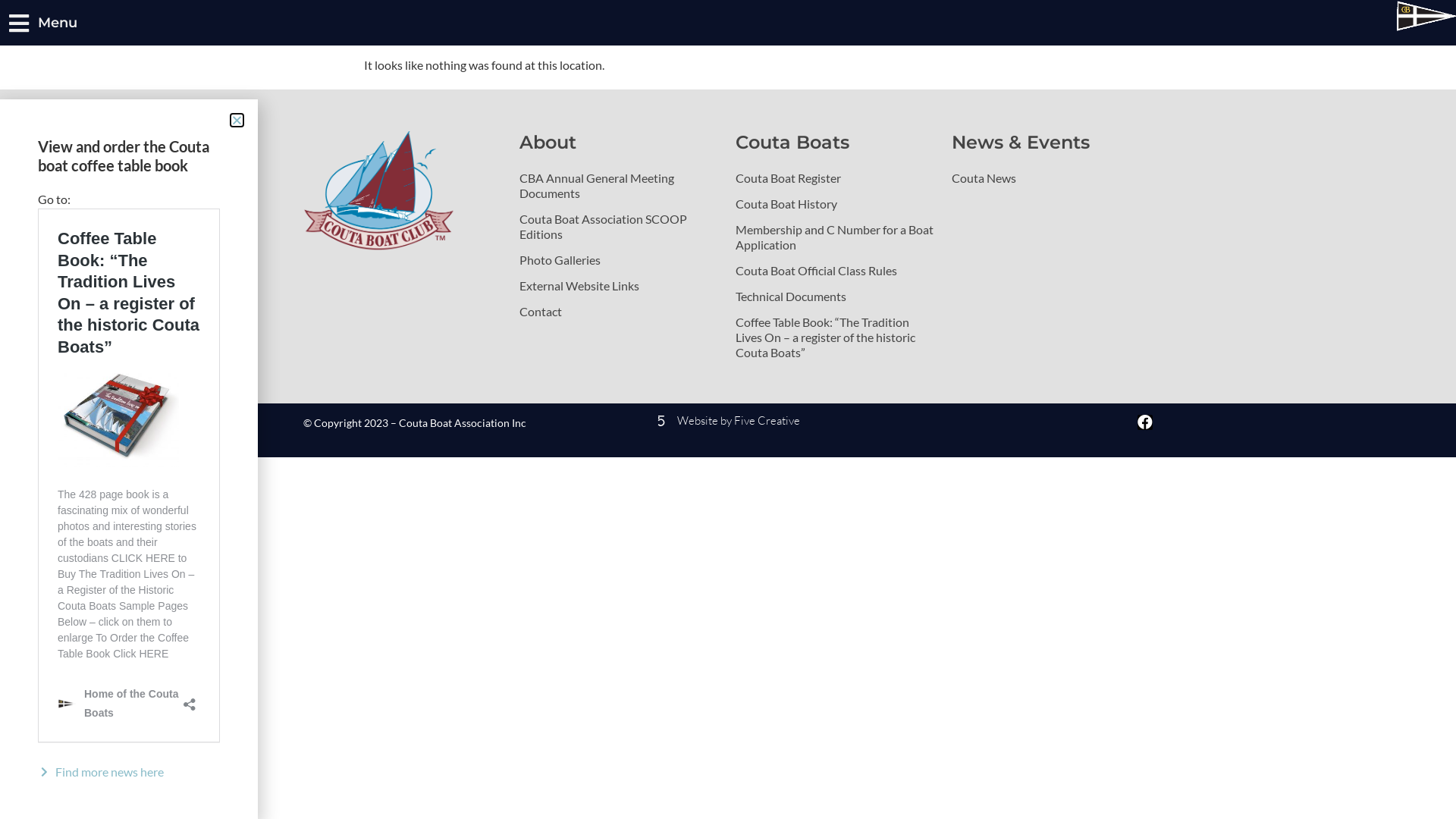  Describe the element at coordinates (620, 259) in the screenshot. I see `'Photo Galleries'` at that location.